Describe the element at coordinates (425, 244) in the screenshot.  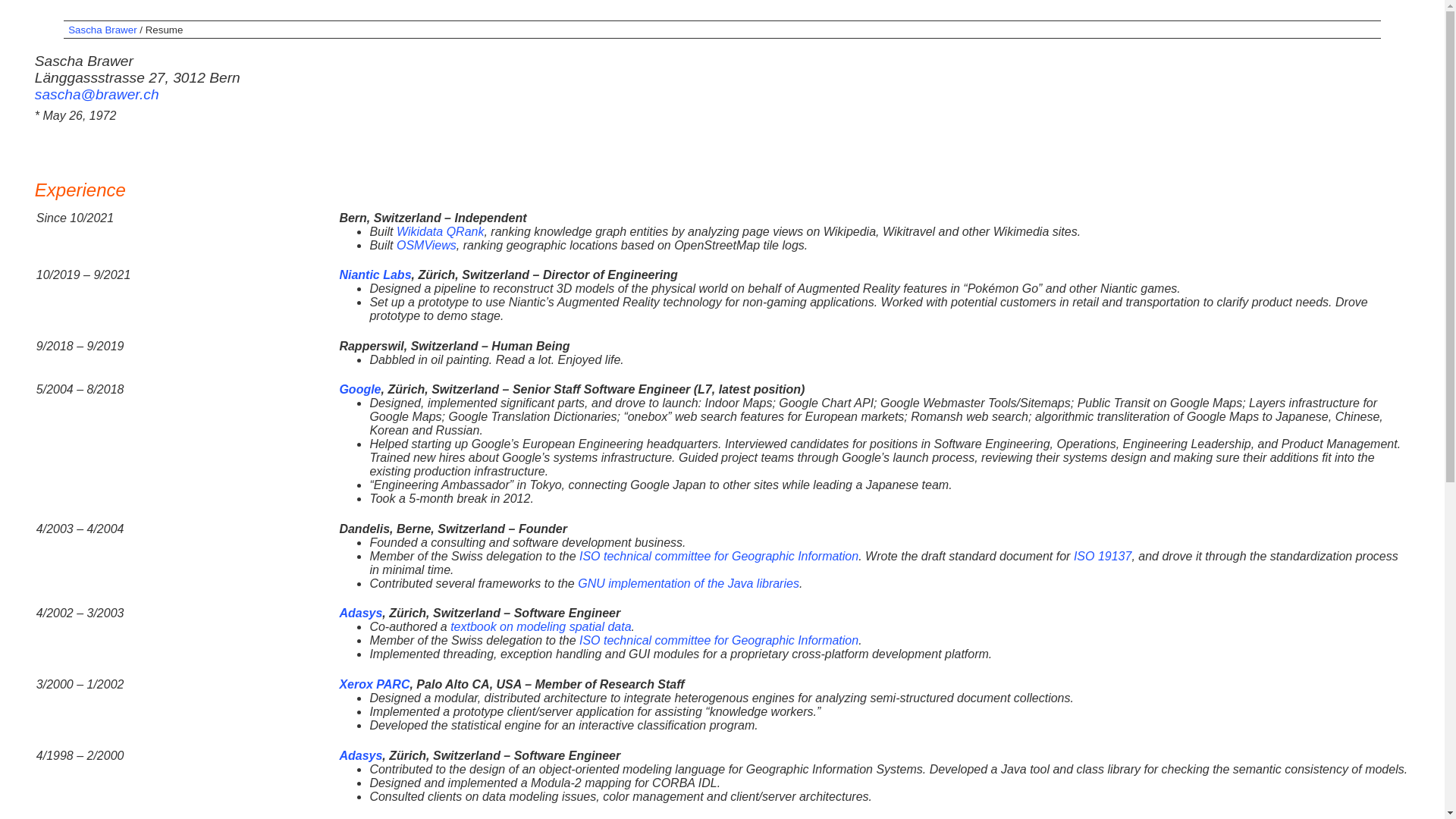
I see `'OSMViews'` at that location.